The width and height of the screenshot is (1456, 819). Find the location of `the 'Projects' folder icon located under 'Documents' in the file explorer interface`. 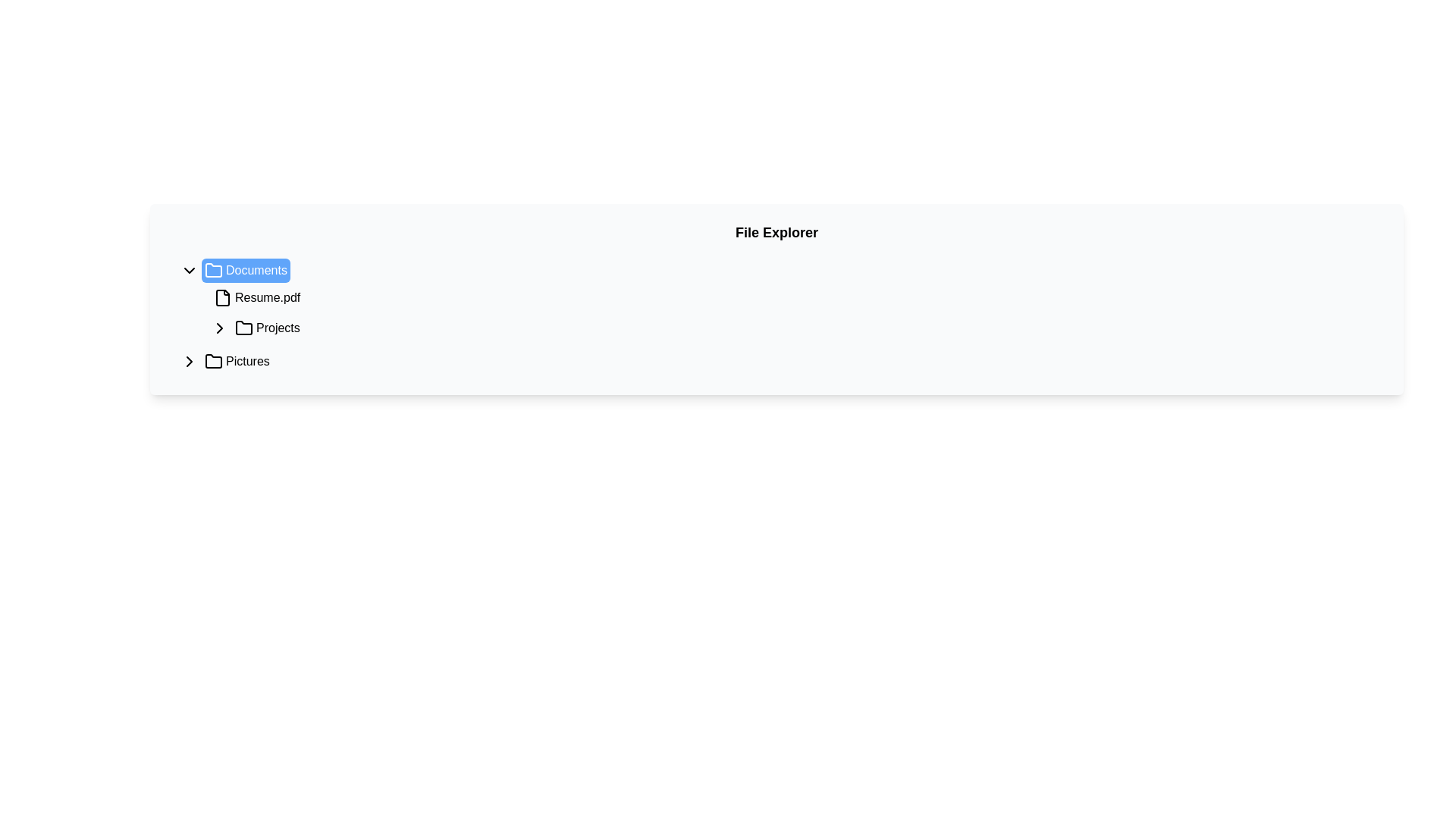

the 'Projects' folder icon located under 'Documents' in the file explorer interface is located at coordinates (243, 327).